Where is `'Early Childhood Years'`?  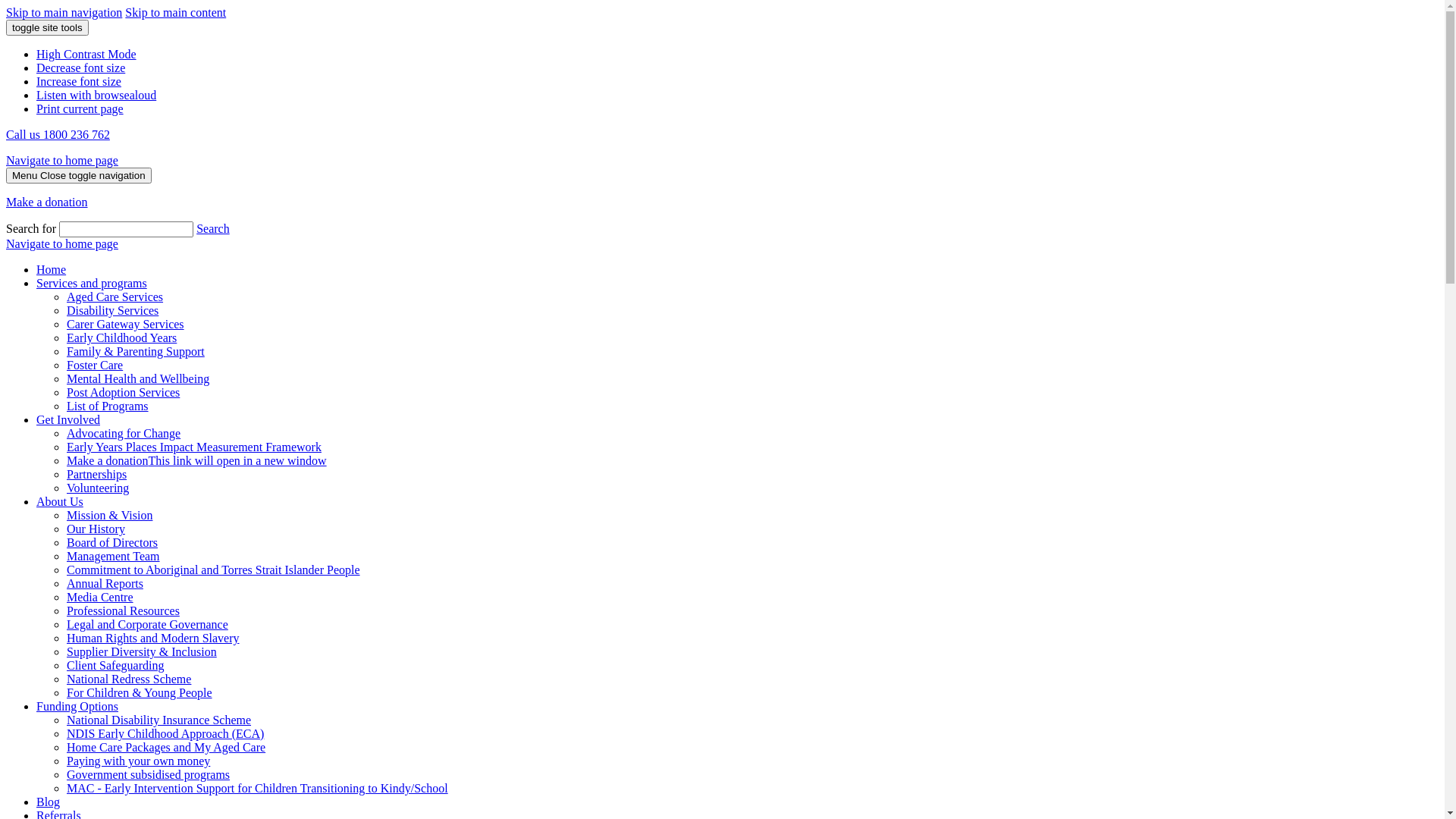
'Early Childhood Years' is located at coordinates (65, 337).